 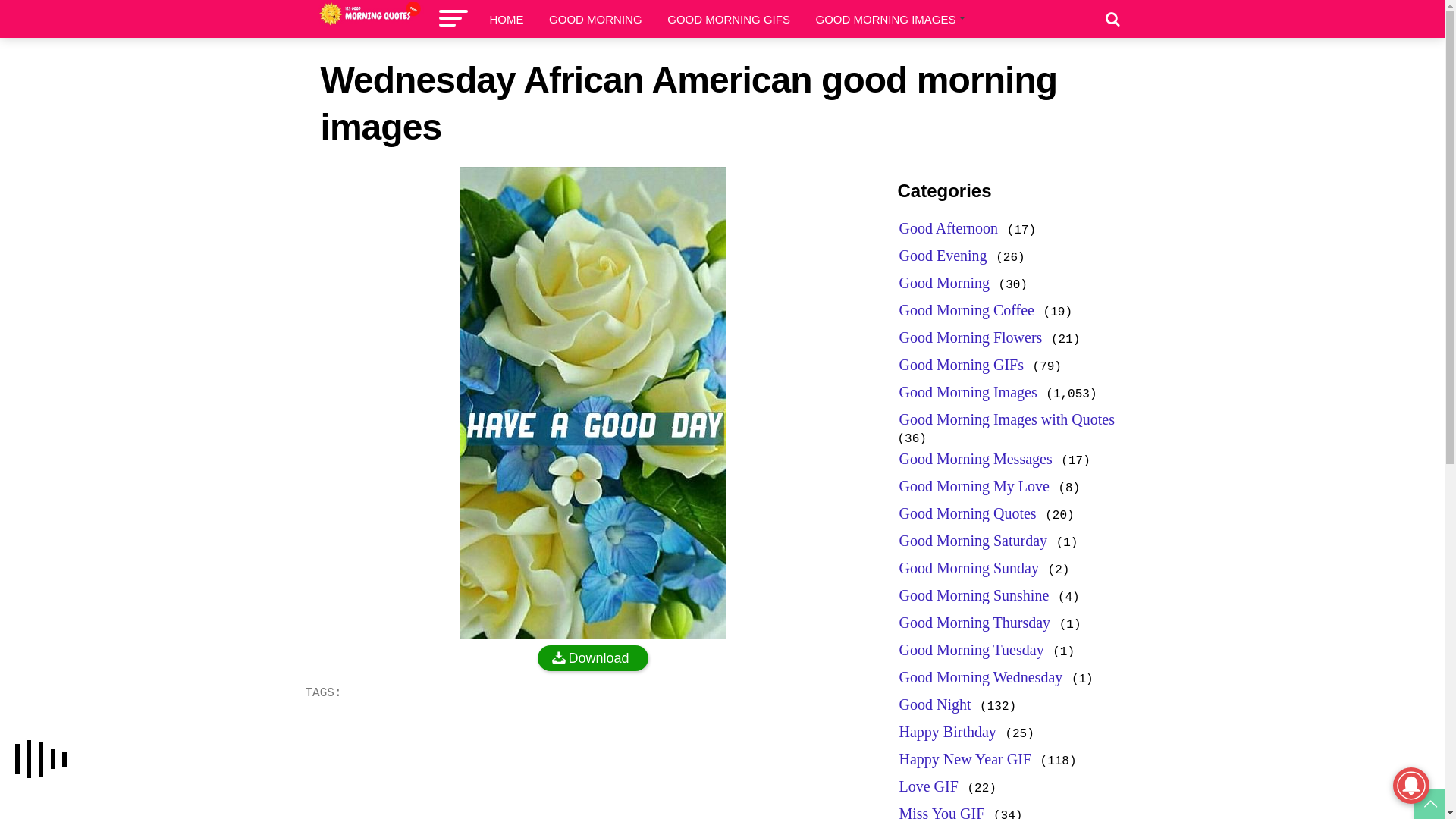 I want to click on 'Download', so click(x=591, y=657).